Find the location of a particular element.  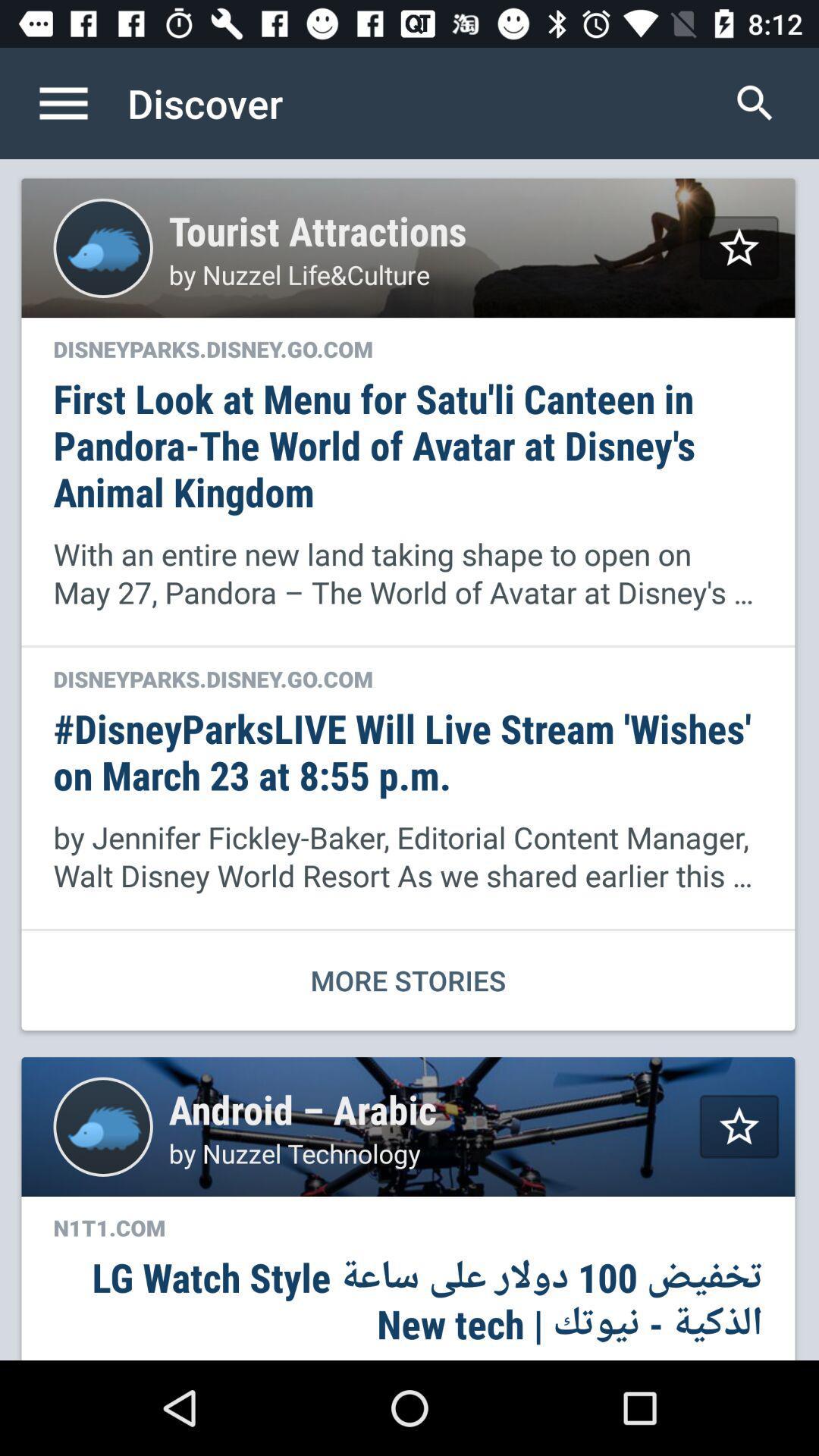

to favorites is located at coordinates (739, 1126).